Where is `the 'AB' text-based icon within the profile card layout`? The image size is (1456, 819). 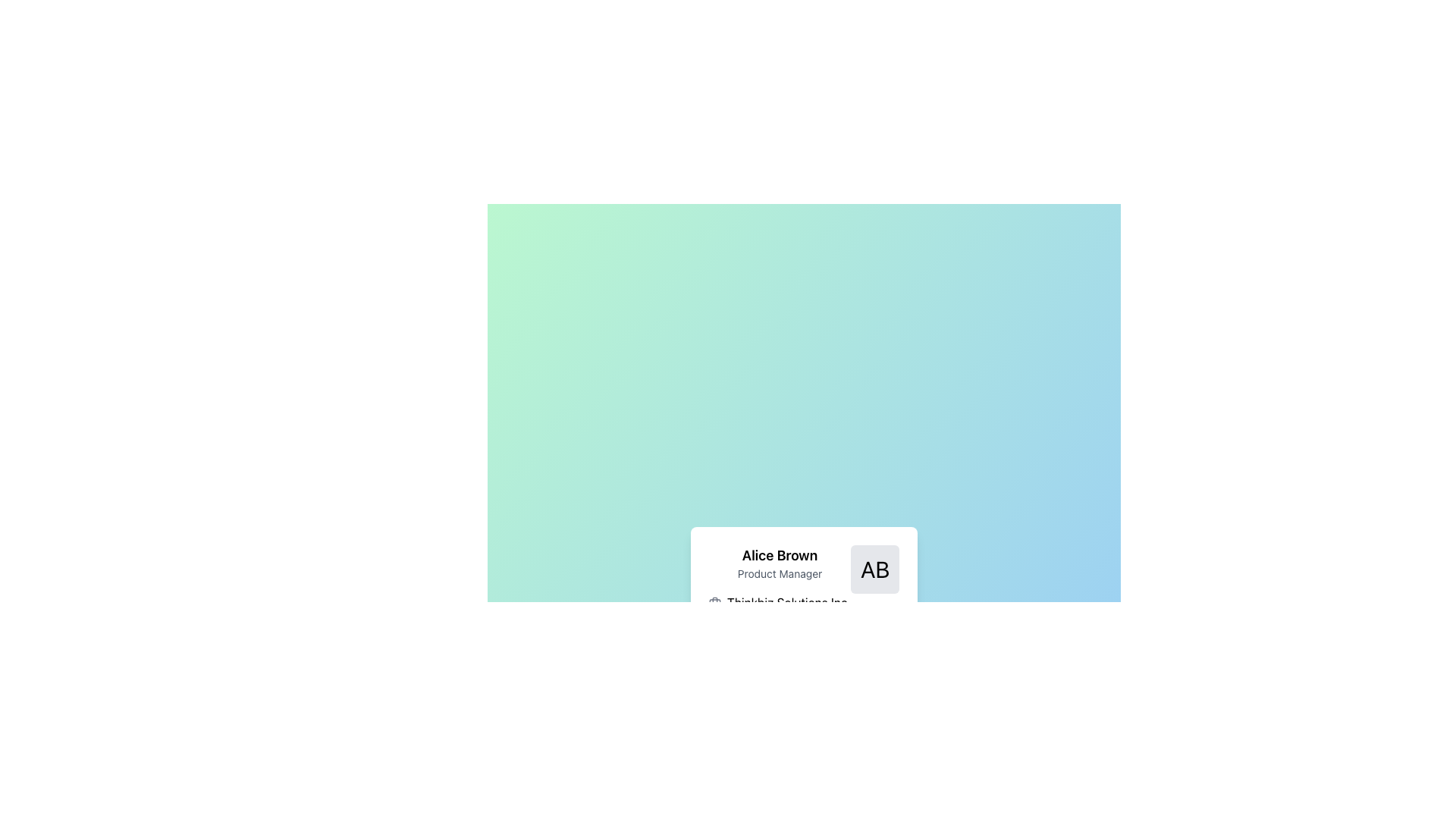
the 'AB' text-based icon within the profile card layout is located at coordinates (875, 590).